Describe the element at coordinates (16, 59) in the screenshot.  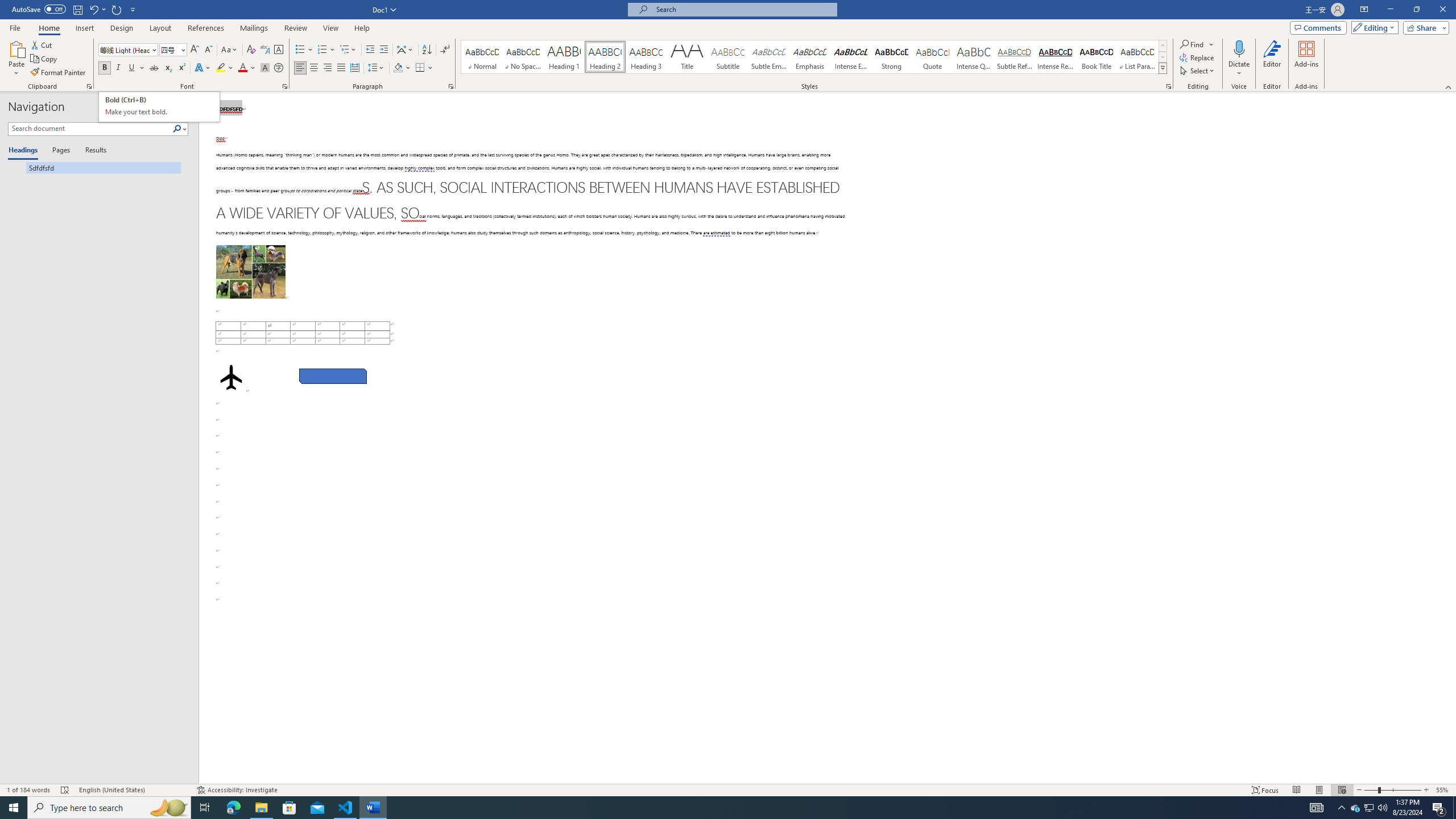
I see `'Paste'` at that location.